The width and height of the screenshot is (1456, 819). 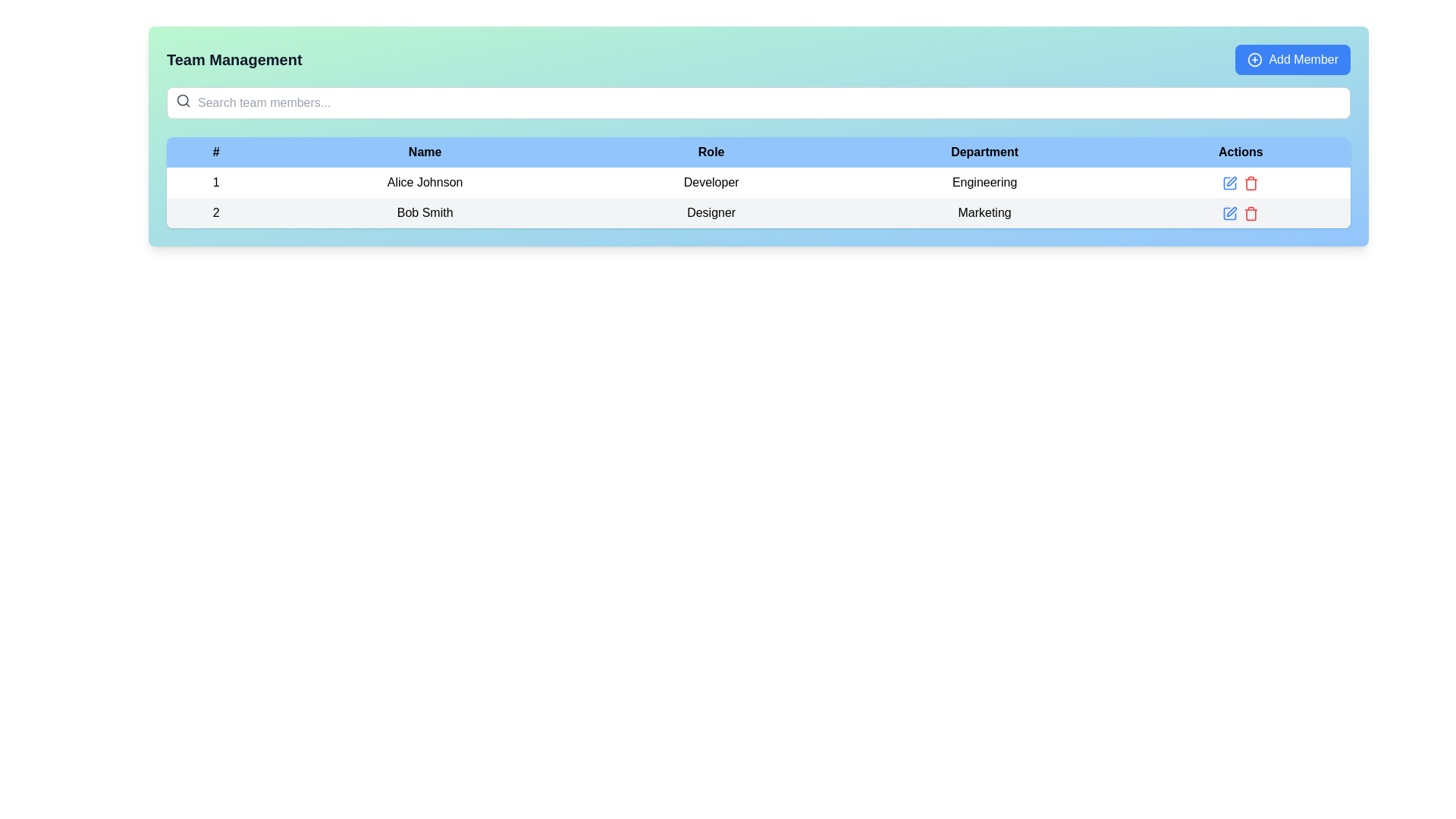 What do you see at coordinates (1255, 58) in the screenshot?
I see `the SVG circle element that is part of the 'Add Member' button, located in the top-right corner of the interface` at bounding box center [1255, 58].